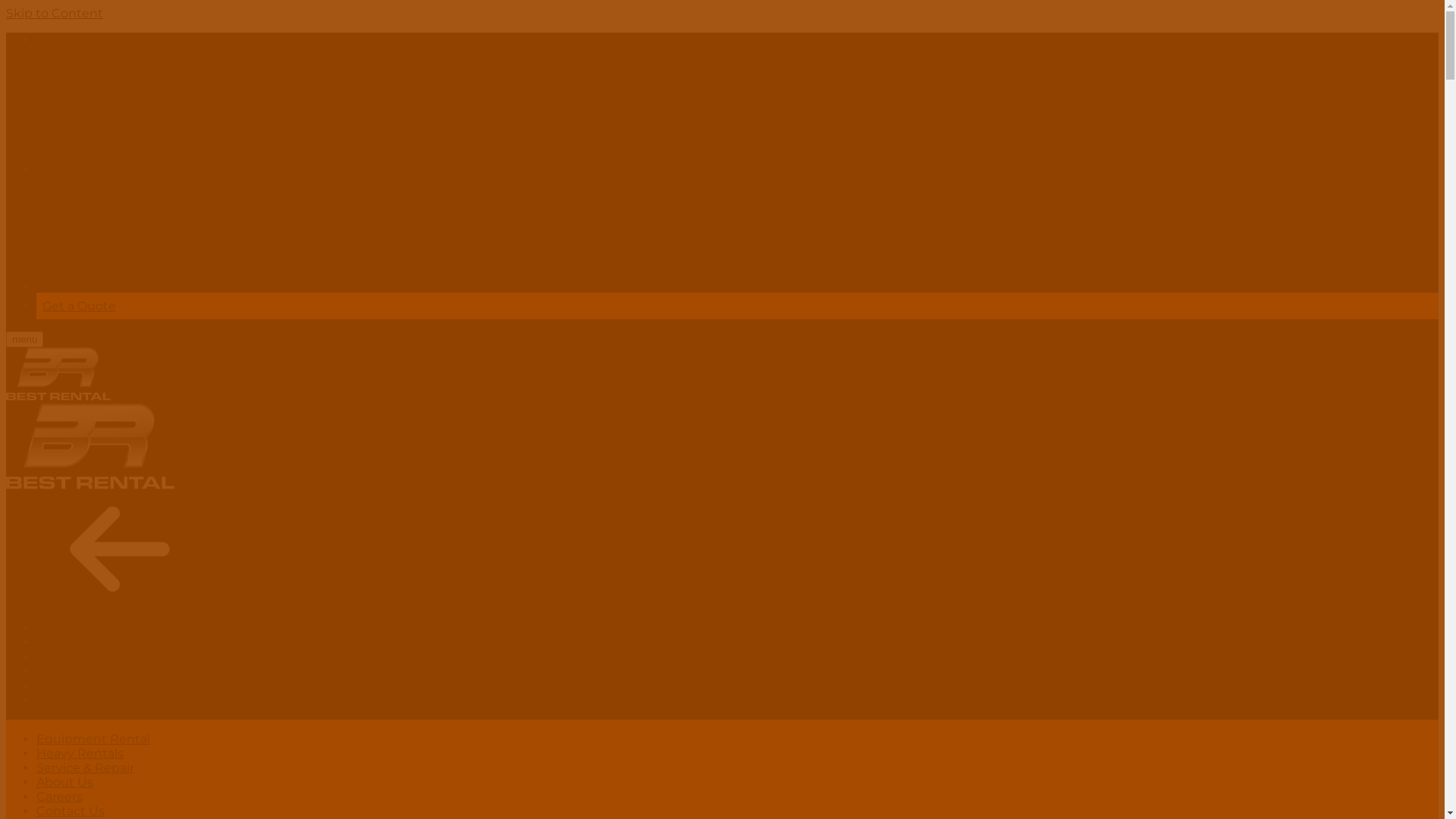  What do you see at coordinates (84, 656) in the screenshot?
I see `'Service & Repair'` at bounding box center [84, 656].